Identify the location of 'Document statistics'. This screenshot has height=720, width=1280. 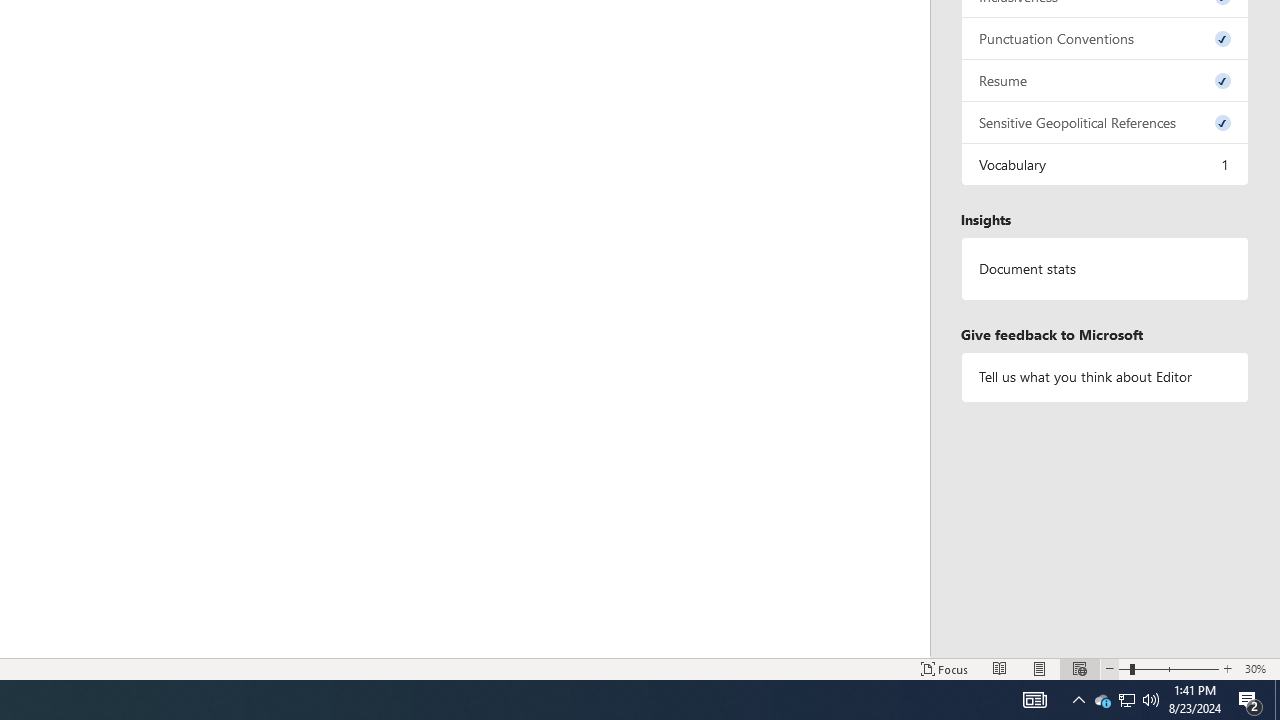
(1104, 268).